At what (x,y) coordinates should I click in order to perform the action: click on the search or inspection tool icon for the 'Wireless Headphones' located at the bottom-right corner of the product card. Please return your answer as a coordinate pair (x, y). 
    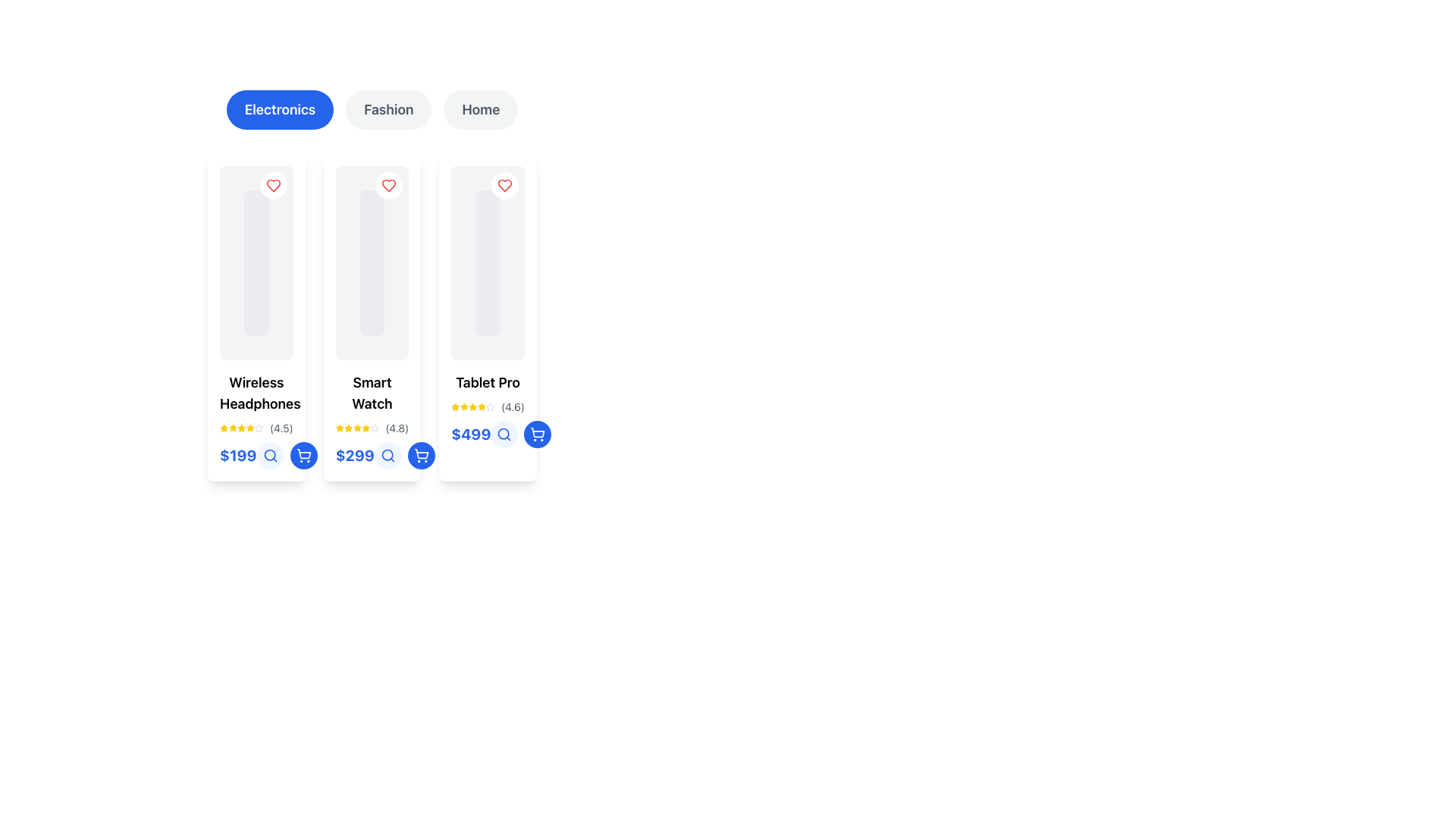
    Looking at the image, I should click on (270, 455).